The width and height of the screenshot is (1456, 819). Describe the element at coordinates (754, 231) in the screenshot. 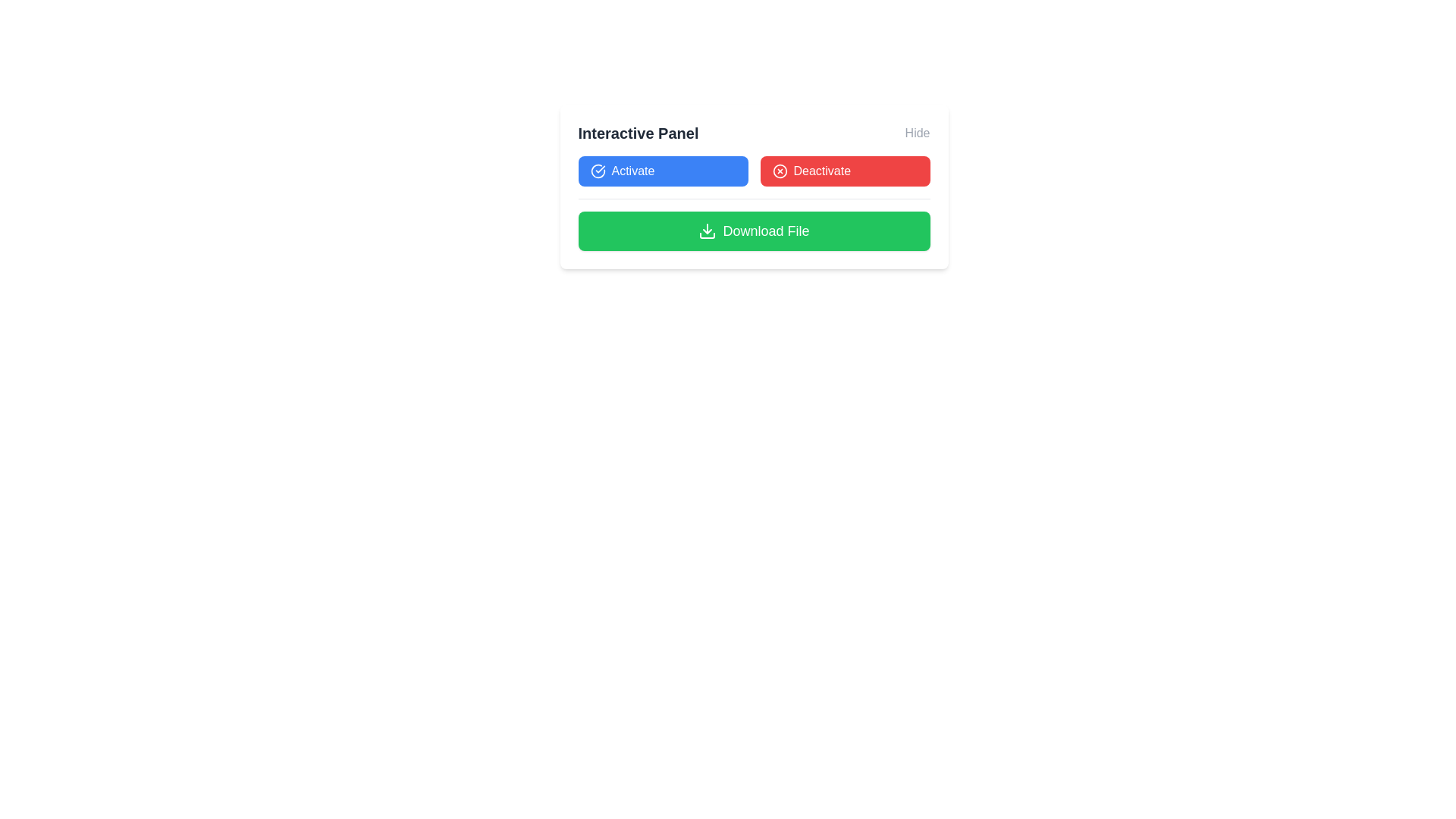

I see `the third button in the panel, which is designed for initiating file downloads, to trigger hover effects` at that location.